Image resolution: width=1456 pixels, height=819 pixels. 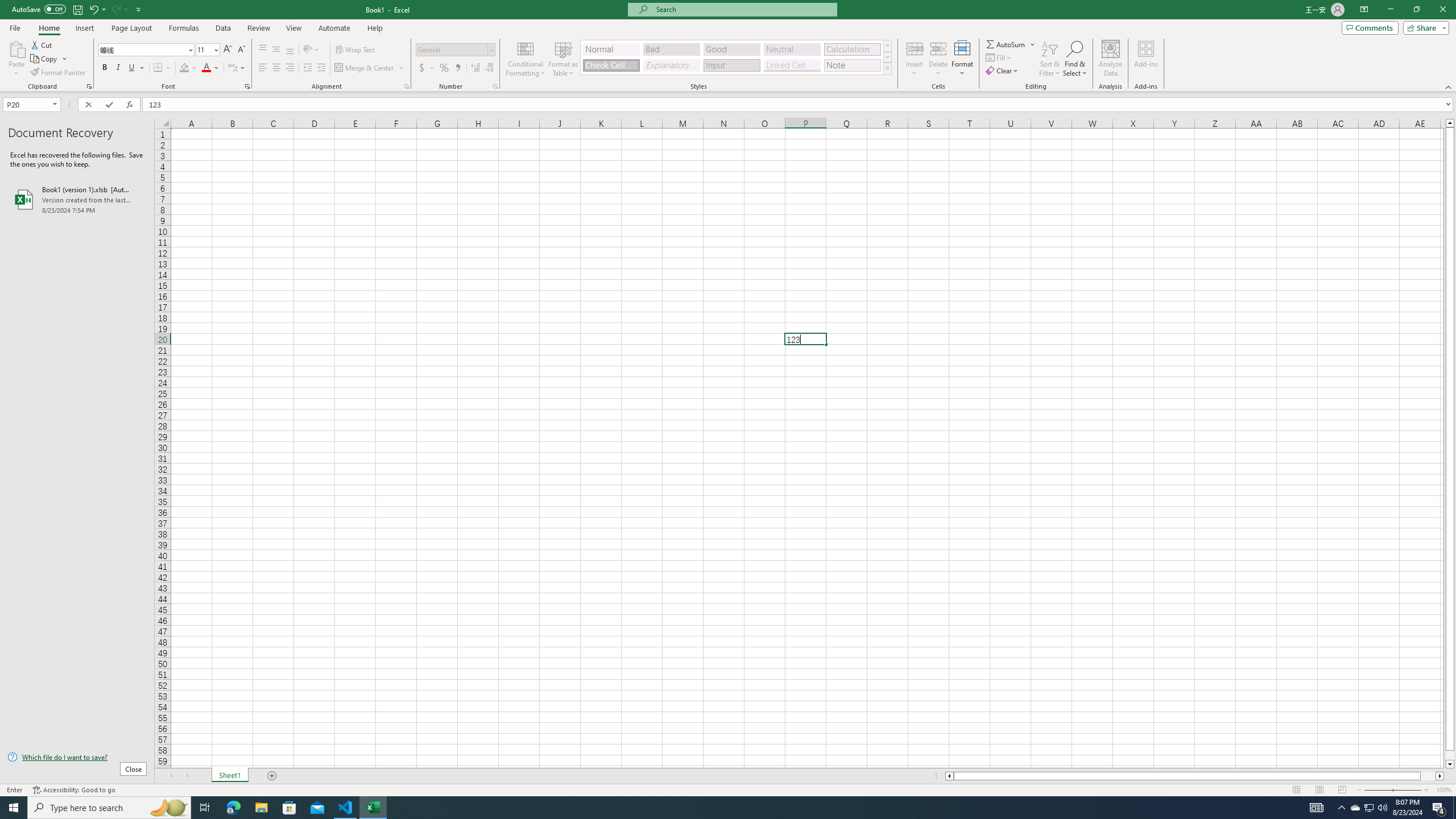 I want to click on 'Increase Decimal', so click(x=475, y=67).